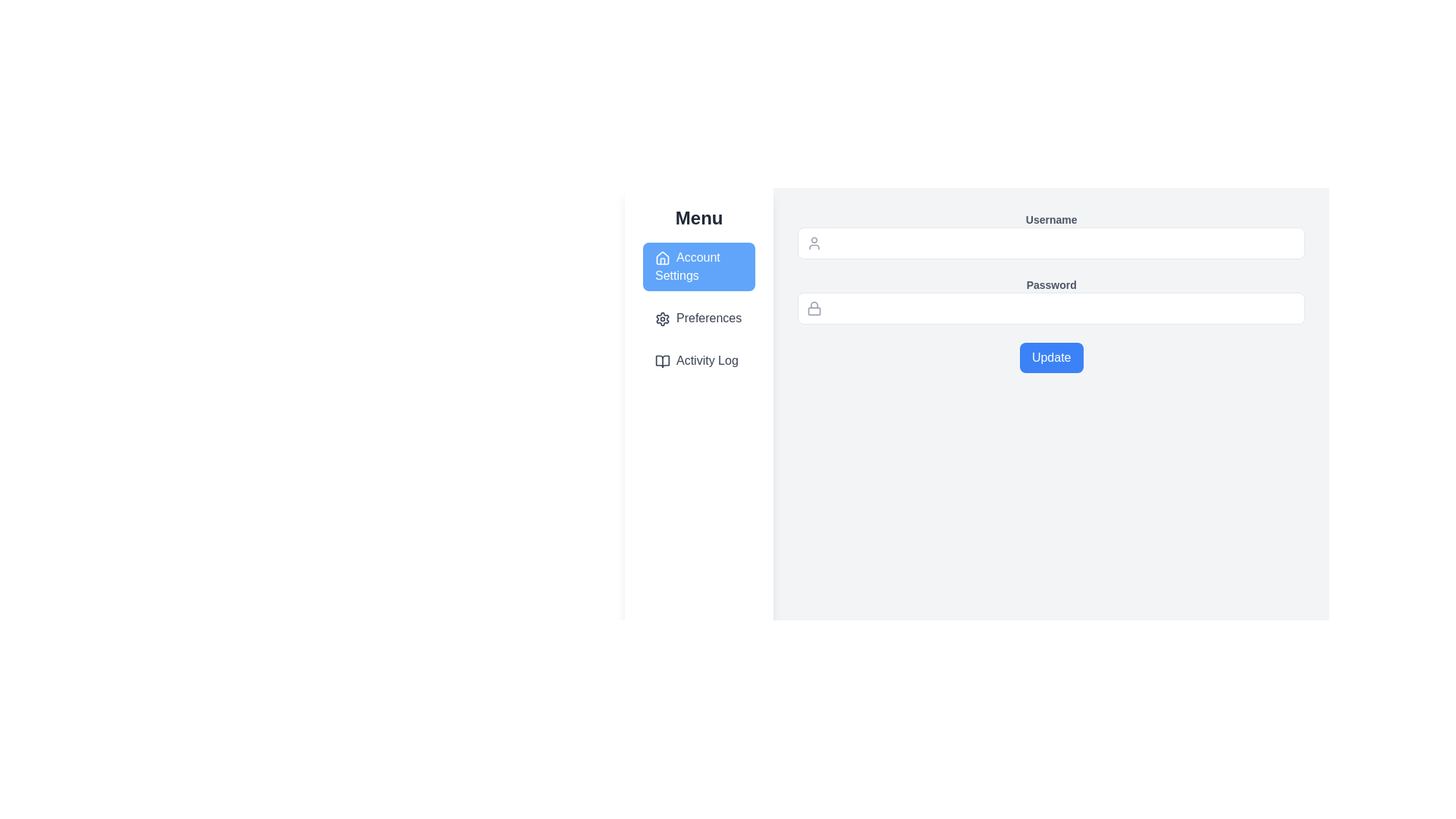 The height and width of the screenshot is (819, 1456). What do you see at coordinates (662, 318) in the screenshot?
I see `the gear icon in the sidebar menu` at bounding box center [662, 318].